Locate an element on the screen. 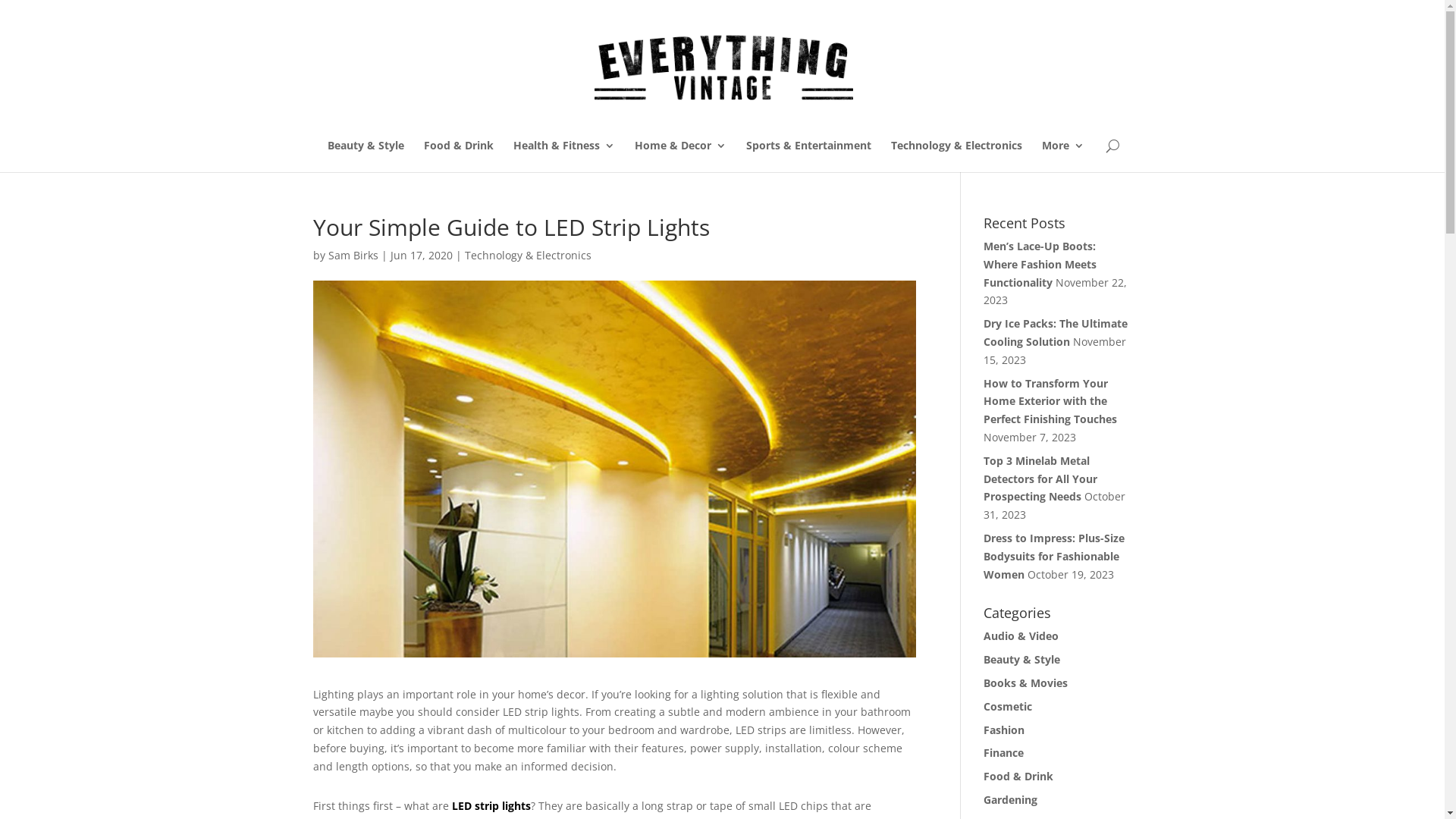 This screenshot has height=819, width=1456. 'Beauty & Style' is located at coordinates (1021, 658).